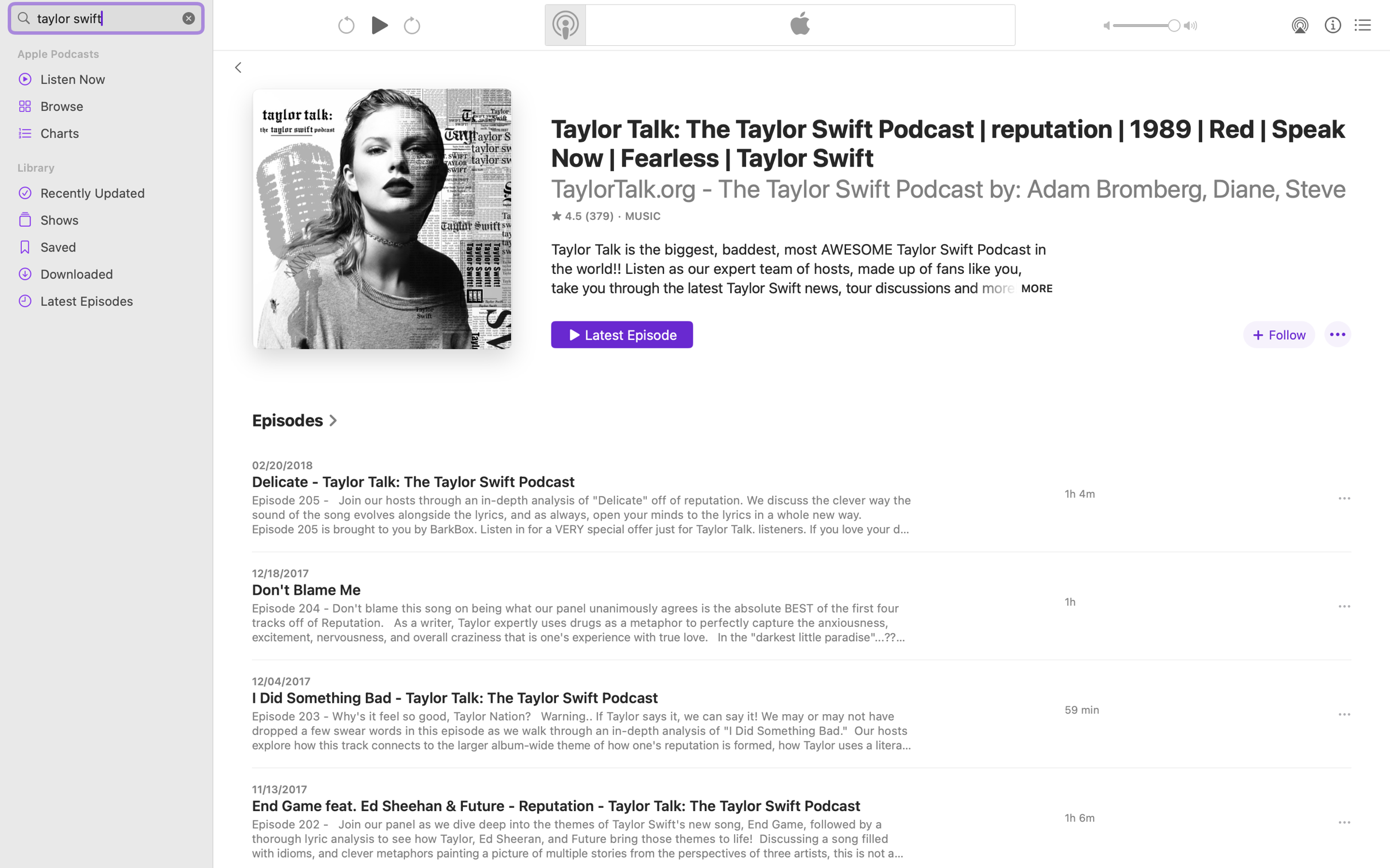 This screenshot has height=868, width=1390. Describe the element at coordinates (1146, 25) in the screenshot. I see `'1.0'` at that location.